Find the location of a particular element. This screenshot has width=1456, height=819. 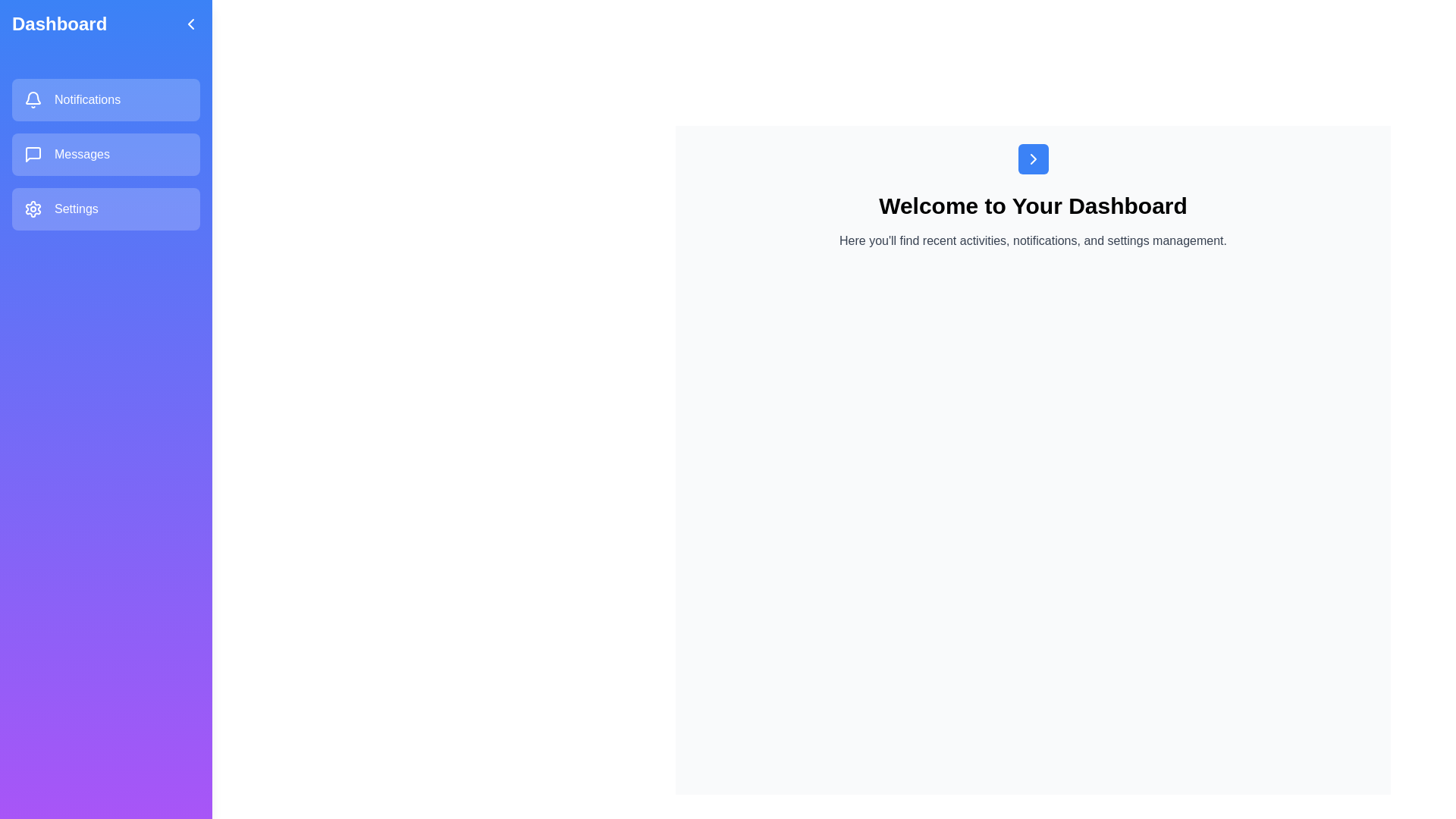

the menu option Settings from the sidebar is located at coordinates (105, 209).